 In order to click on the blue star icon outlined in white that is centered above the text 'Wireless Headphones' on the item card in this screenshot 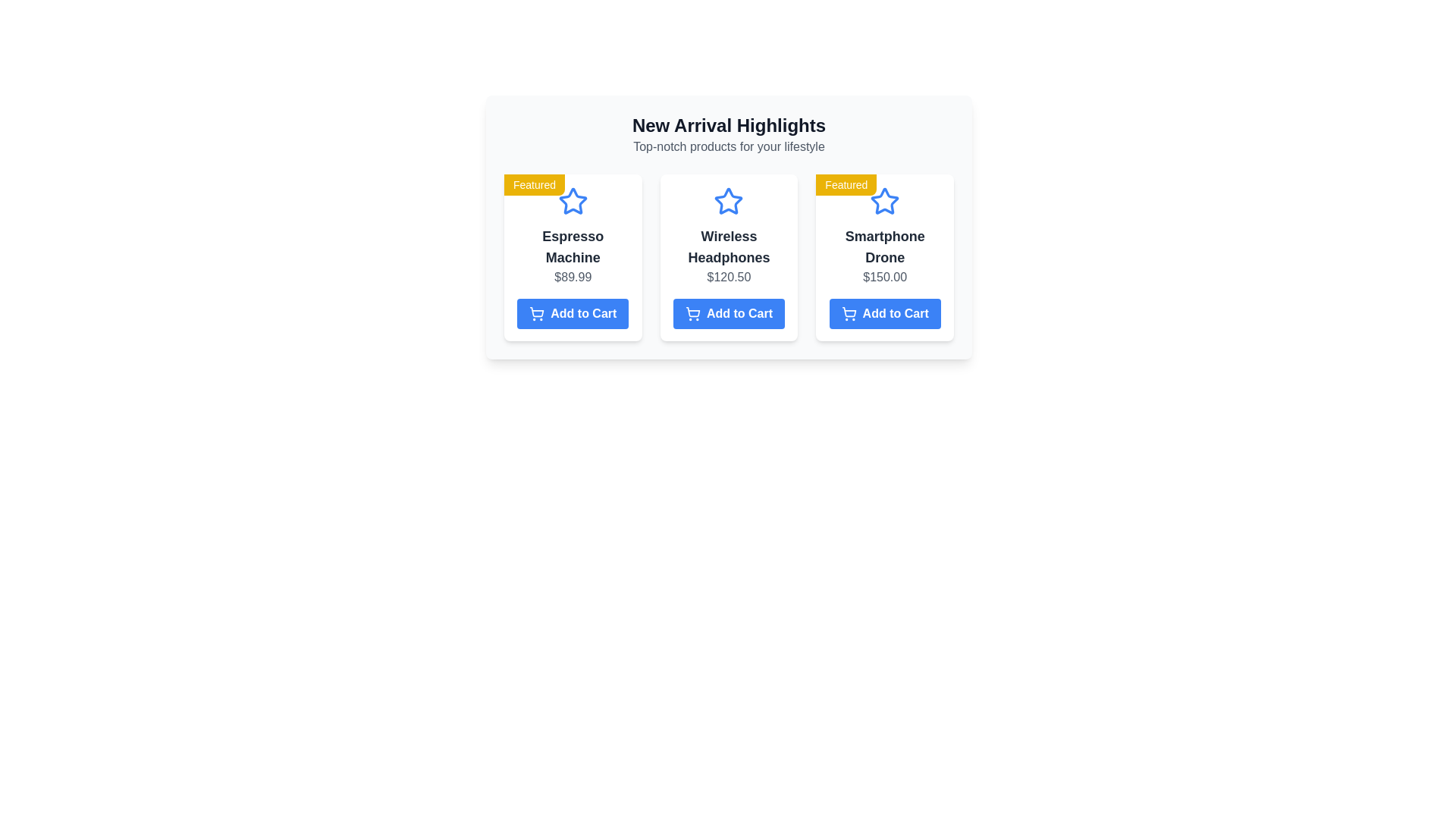, I will do `click(729, 201)`.